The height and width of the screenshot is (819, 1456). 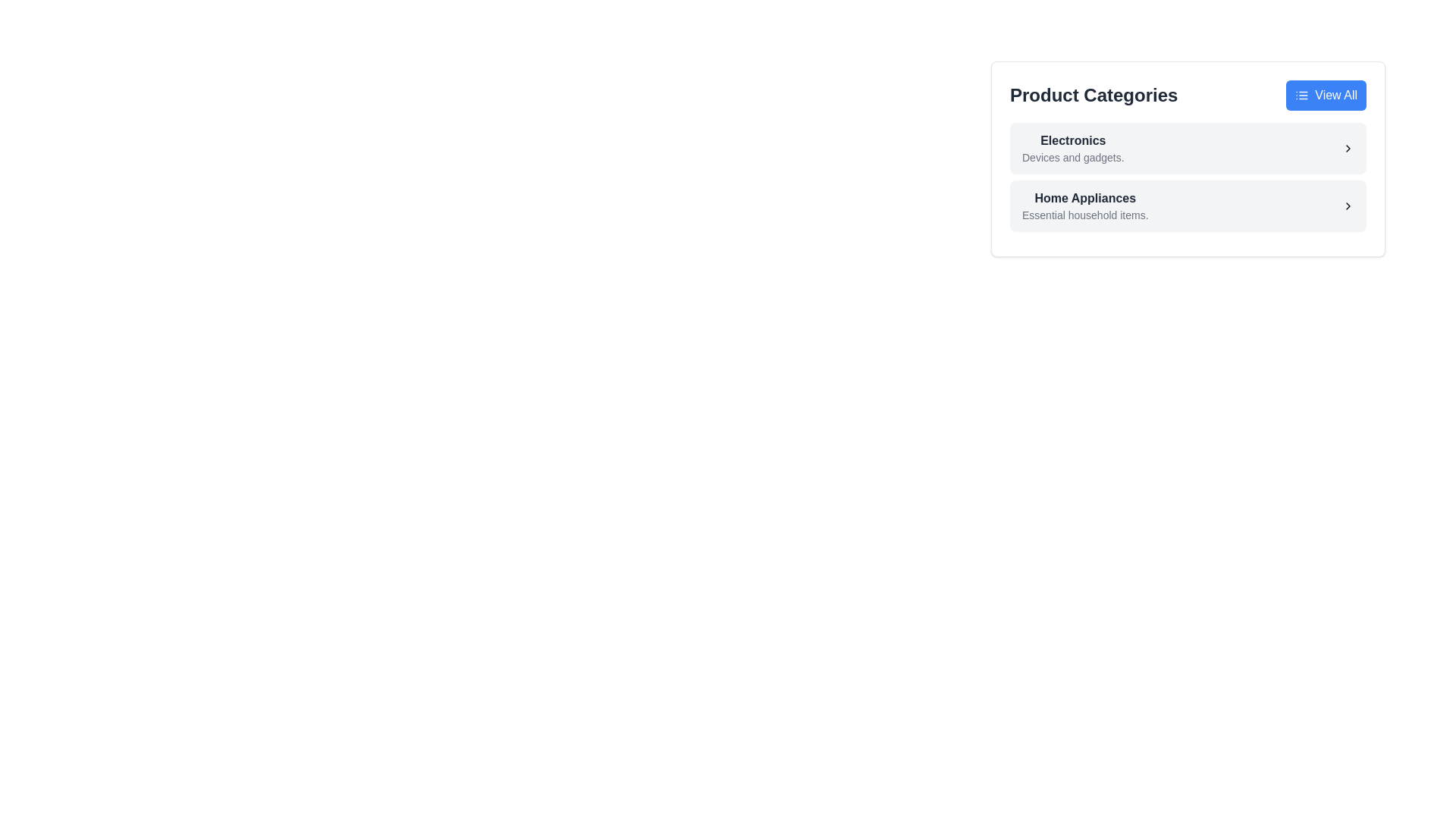 I want to click on 'Home Appliances' label located in the 'Product Categories' panel, which is the second item after 'Electronics', so click(x=1084, y=198).